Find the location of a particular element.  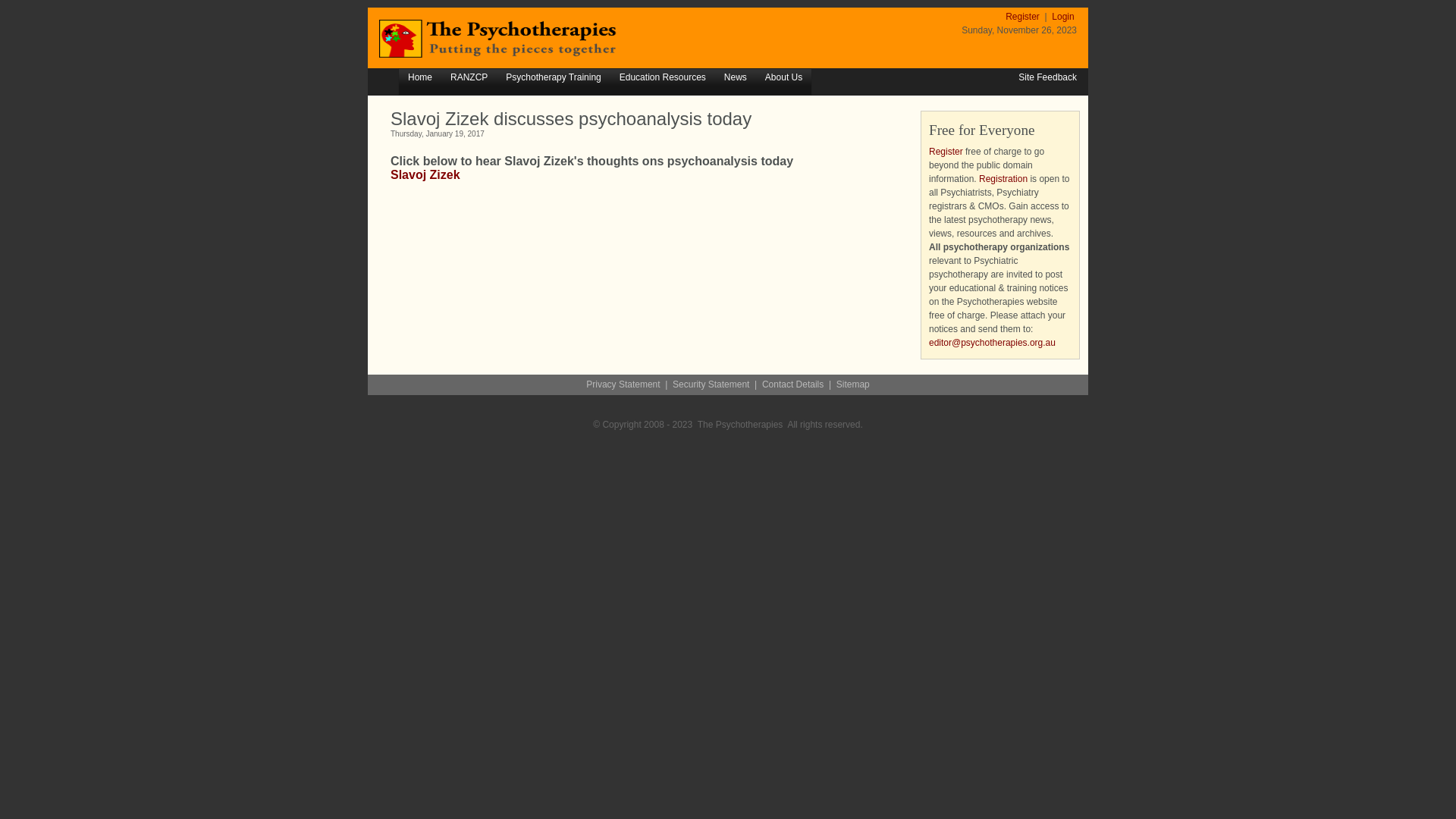

'Contact Details' is located at coordinates (792, 383).